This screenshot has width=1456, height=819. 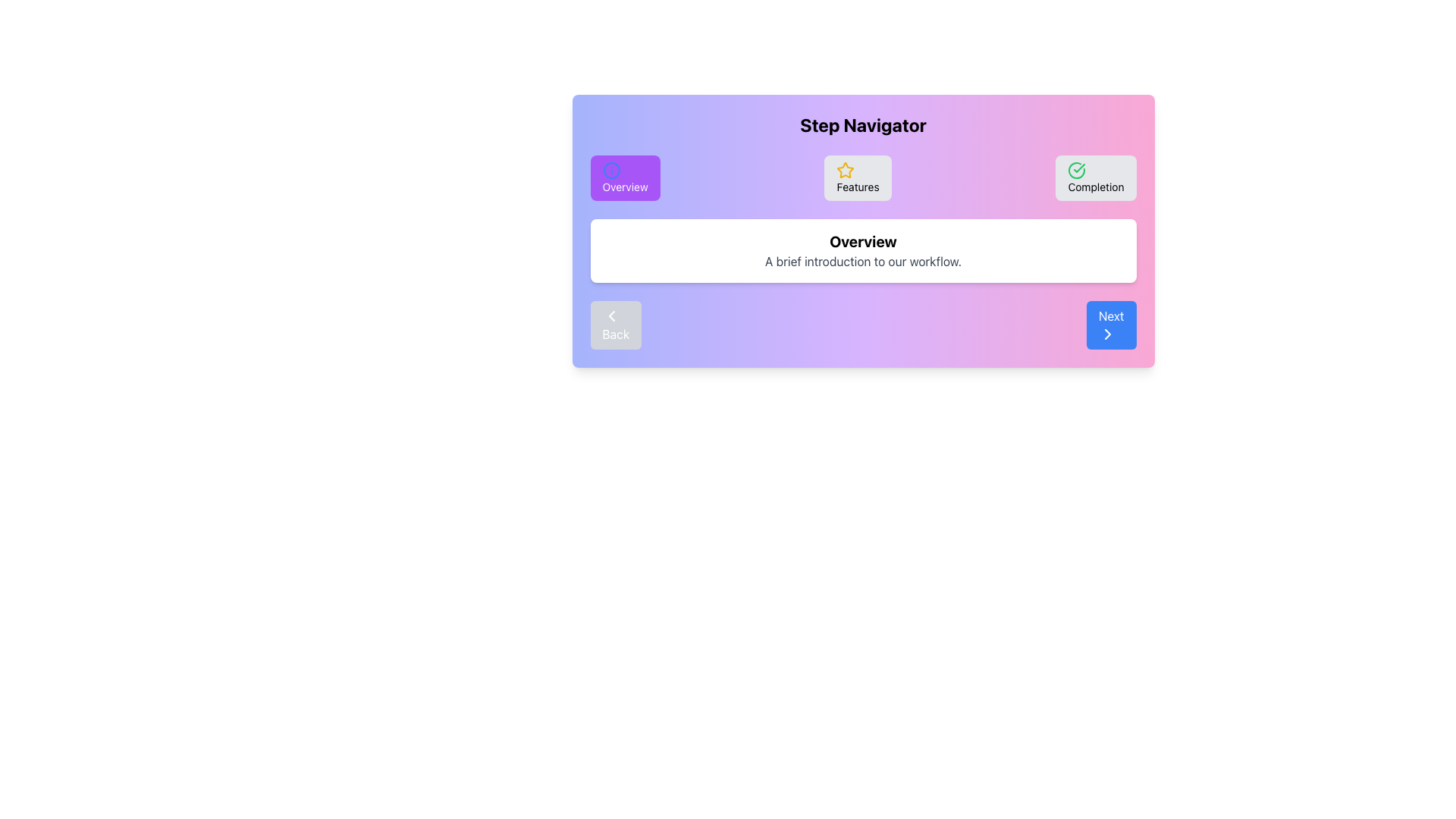 What do you see at coordinates (863, 260) in the screenshot?
I see `the static text located directly below the 'Overview' header, which provides a brief descriptive introduction to the workflow steps` at bounding box center [863, 260].